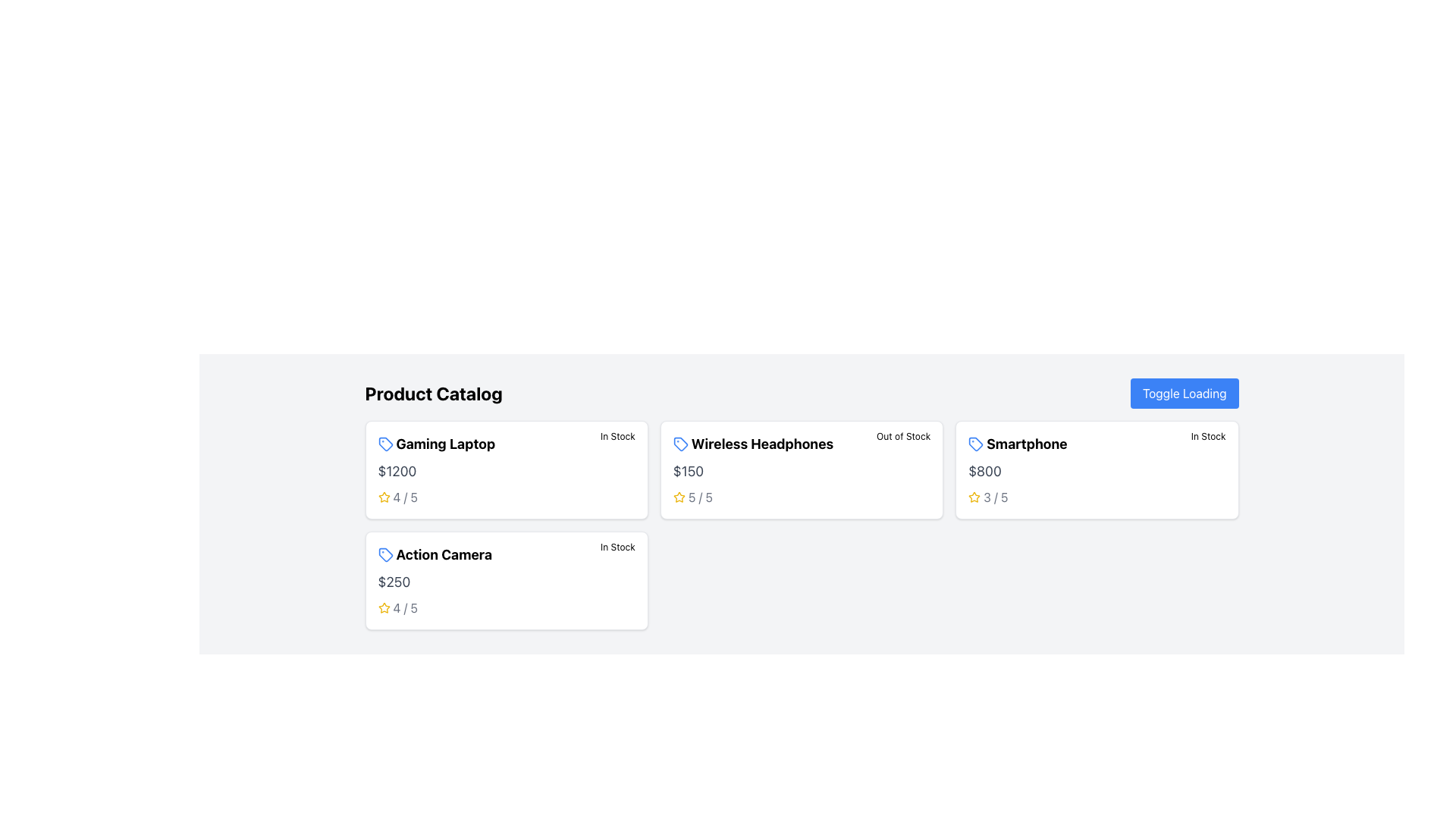 Image resolution: width=1456 pixels, height=819 pixels. I want to click on the first star icon in the rating section of the 'Action Camera' product card located in the bottom-left corner of the product catalog grid, so click(384, 607).